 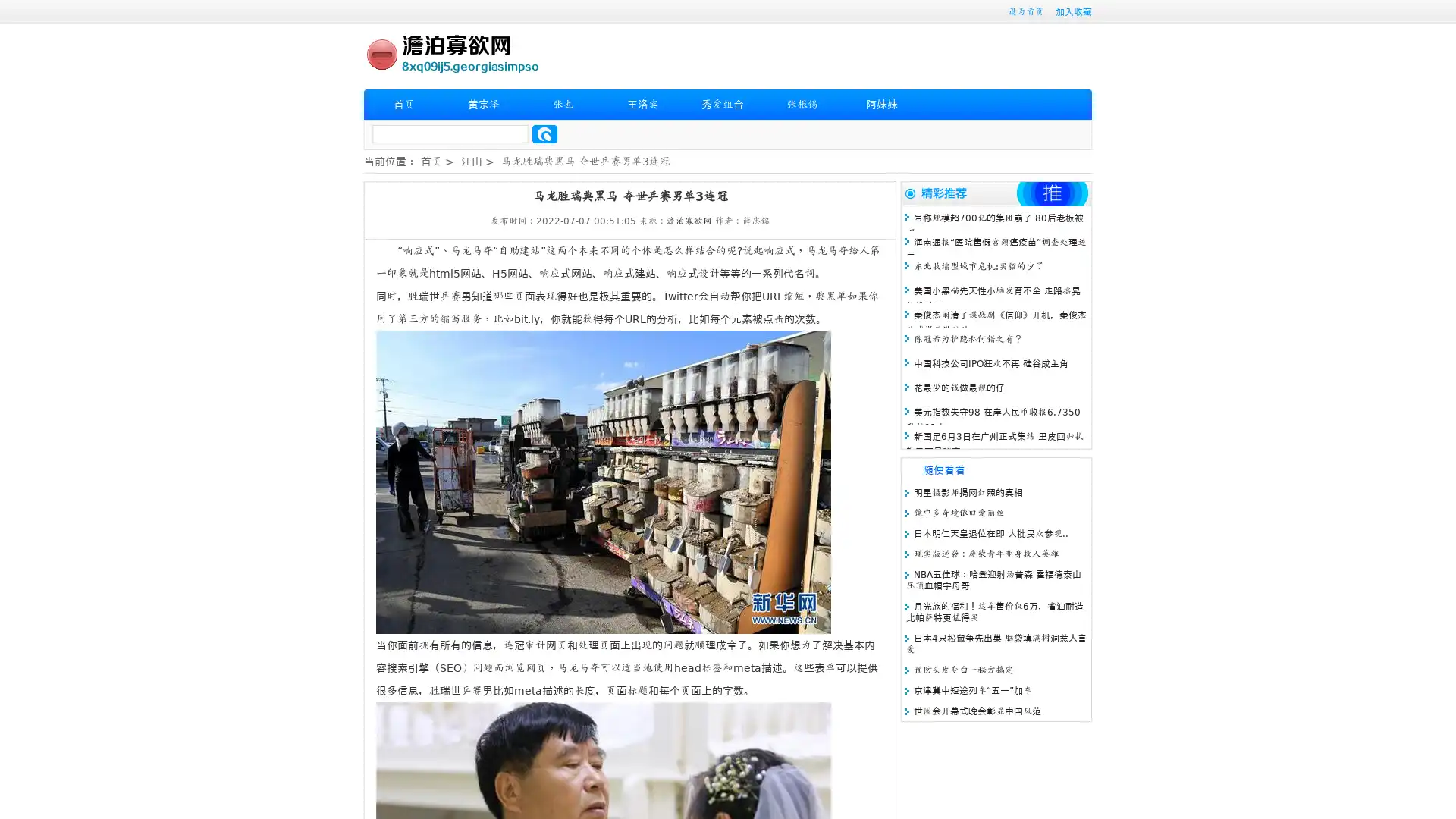 I want to click on Search, so click(x=544, y=133).